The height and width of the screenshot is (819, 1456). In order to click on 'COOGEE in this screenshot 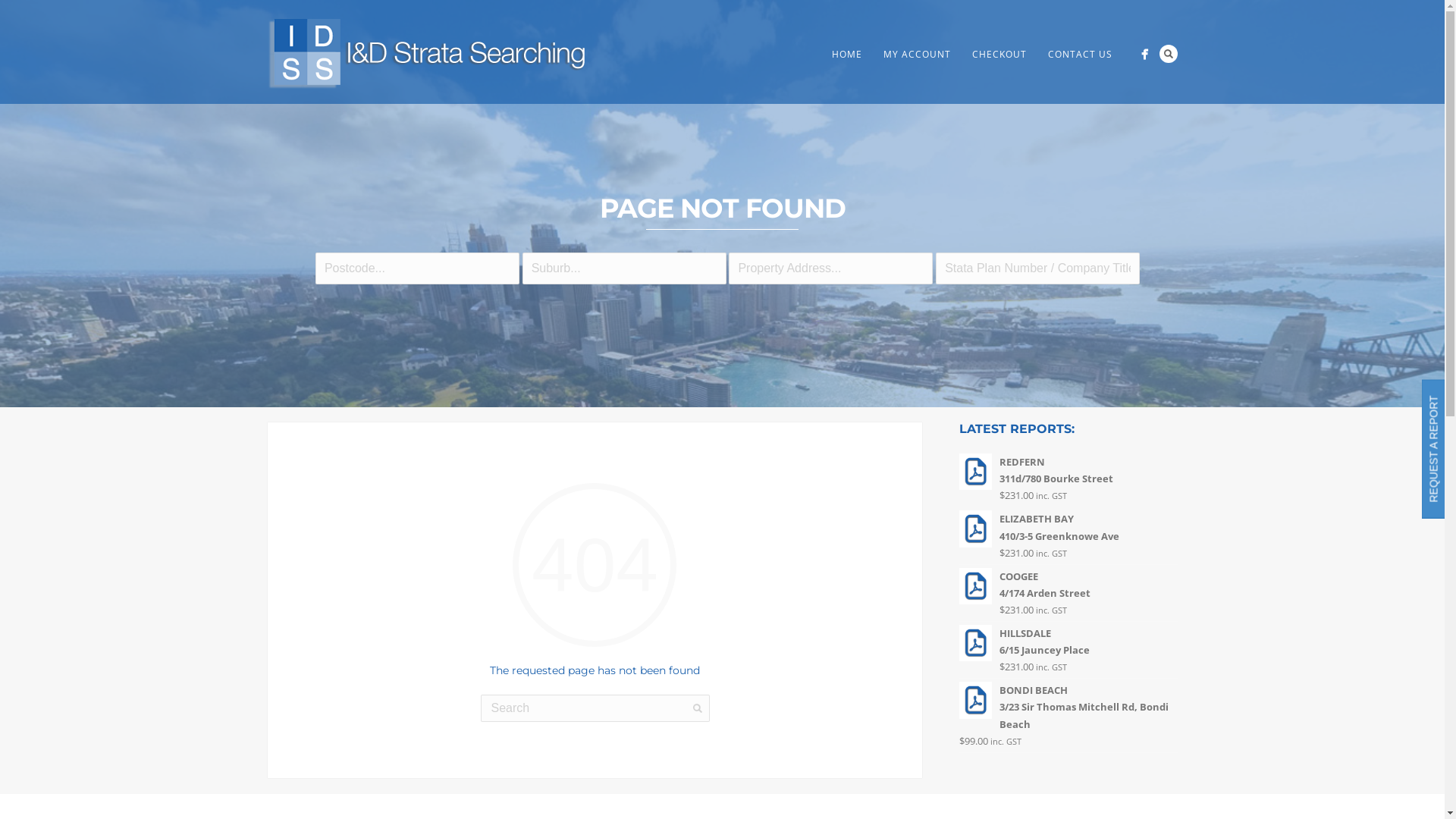, I will do `click(1066, 584)`.